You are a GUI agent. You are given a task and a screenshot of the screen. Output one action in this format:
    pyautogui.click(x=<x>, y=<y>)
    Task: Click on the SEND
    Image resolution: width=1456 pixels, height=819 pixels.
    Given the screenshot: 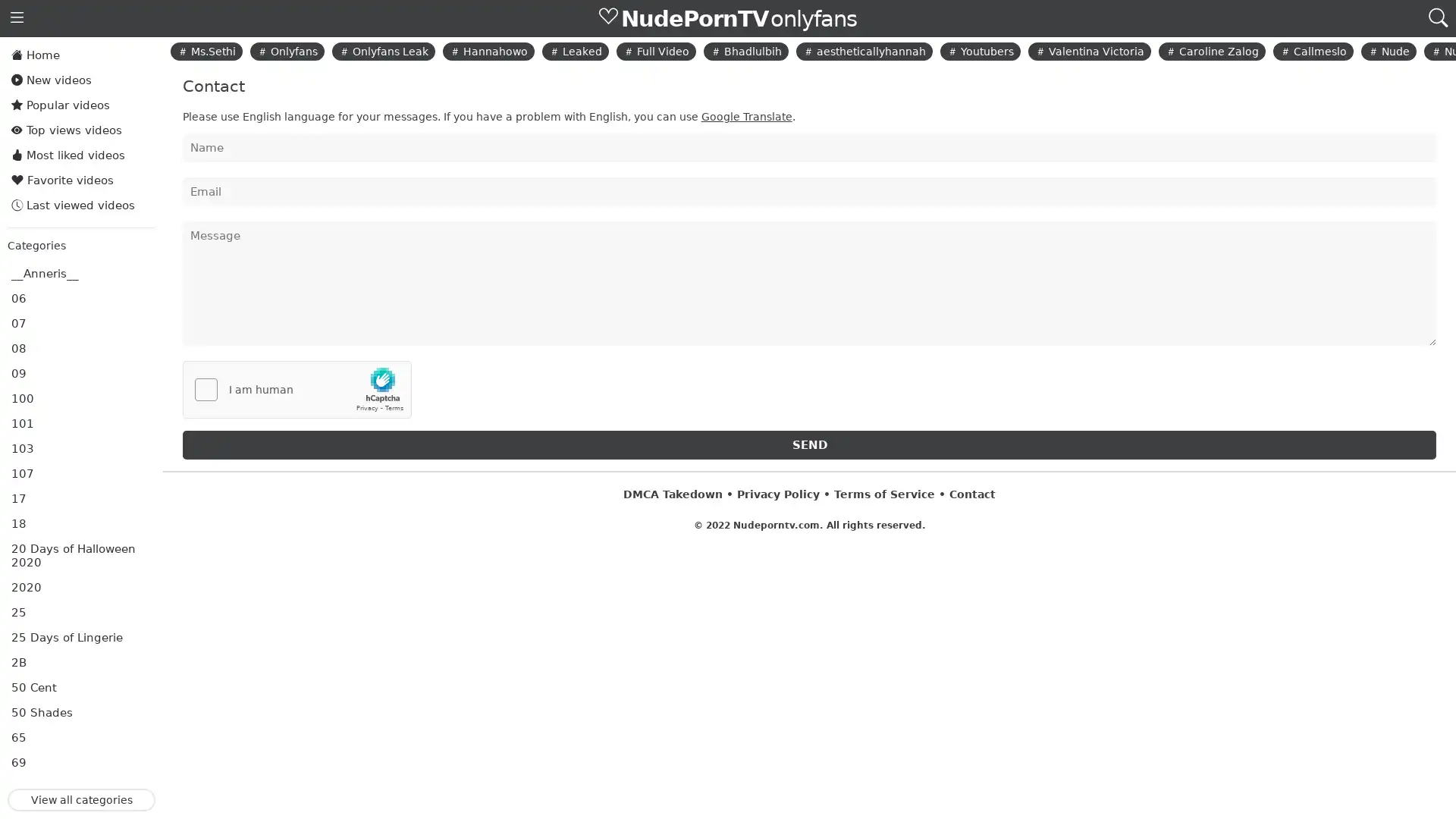 What is the action you would take?
    pyautogui.click(x=808, y=444)
    